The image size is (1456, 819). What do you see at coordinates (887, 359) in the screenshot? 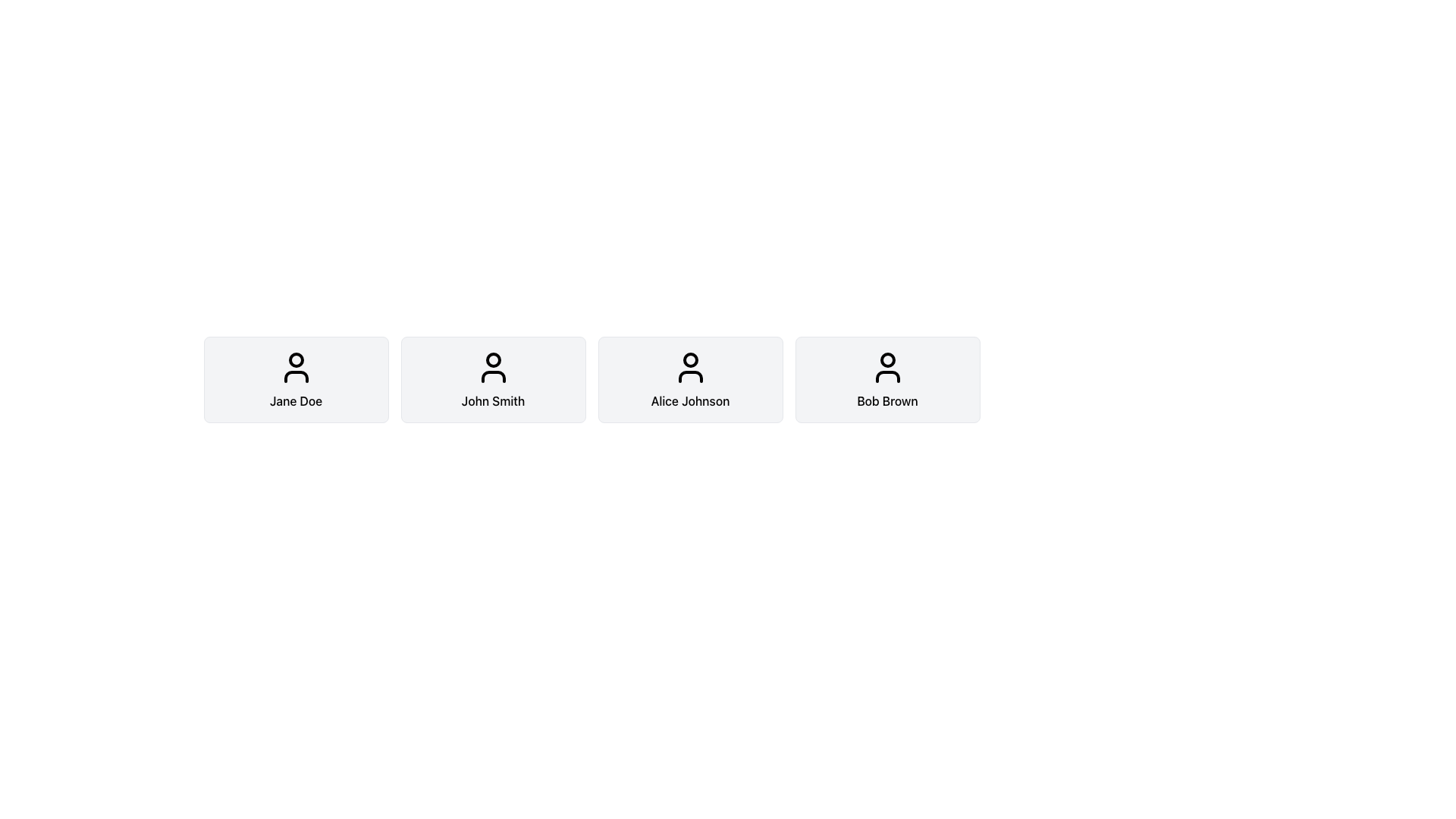
I see `the Circle graphical element representing the user's identifier in the avatar illustration located at the top-center of the user card labeled 'Bob Brown'` at bounding box center [887, 359].